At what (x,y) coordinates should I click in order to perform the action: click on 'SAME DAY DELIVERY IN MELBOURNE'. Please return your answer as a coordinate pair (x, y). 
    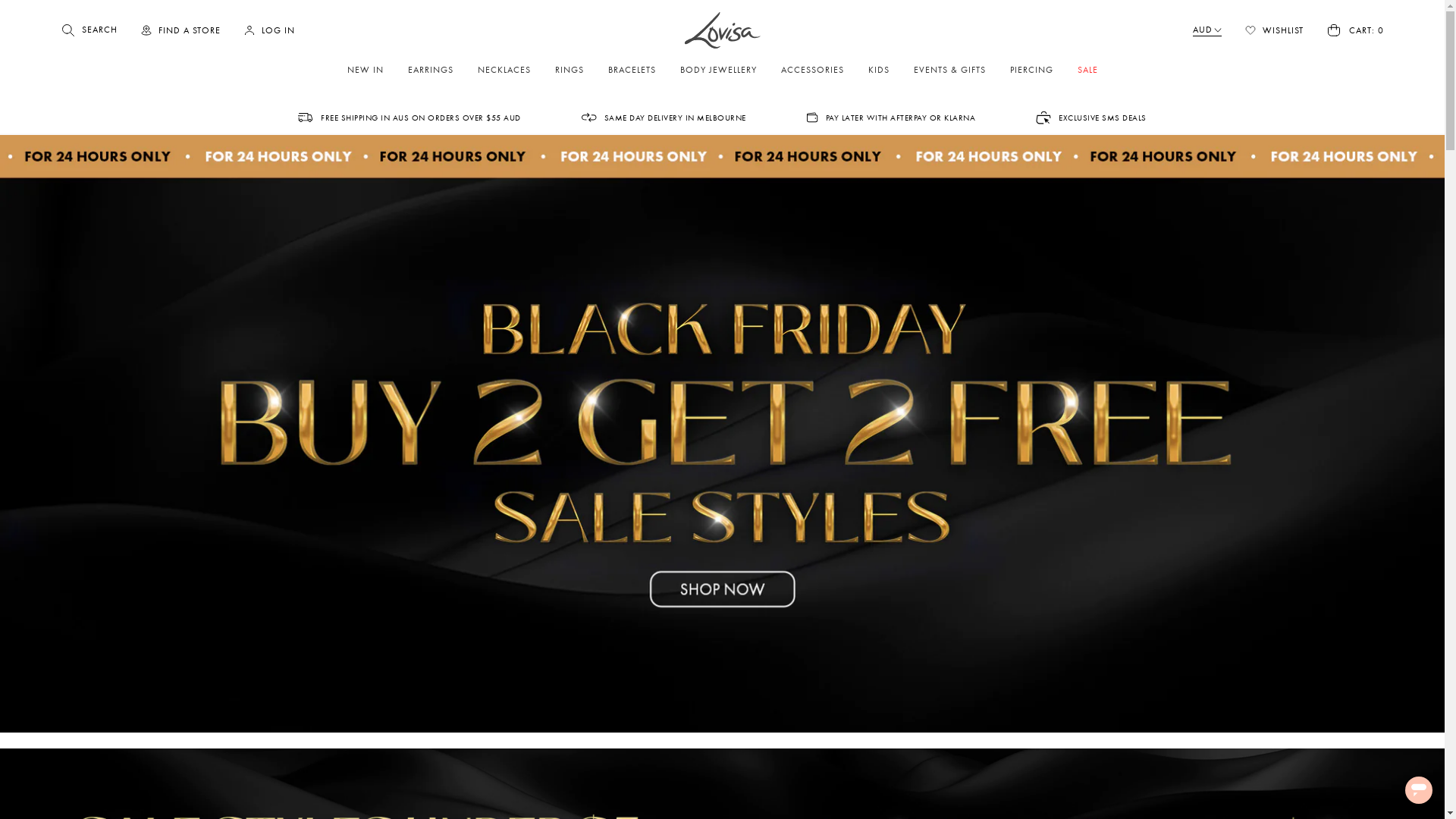
    Looking at the image, I should click on (664, 116).